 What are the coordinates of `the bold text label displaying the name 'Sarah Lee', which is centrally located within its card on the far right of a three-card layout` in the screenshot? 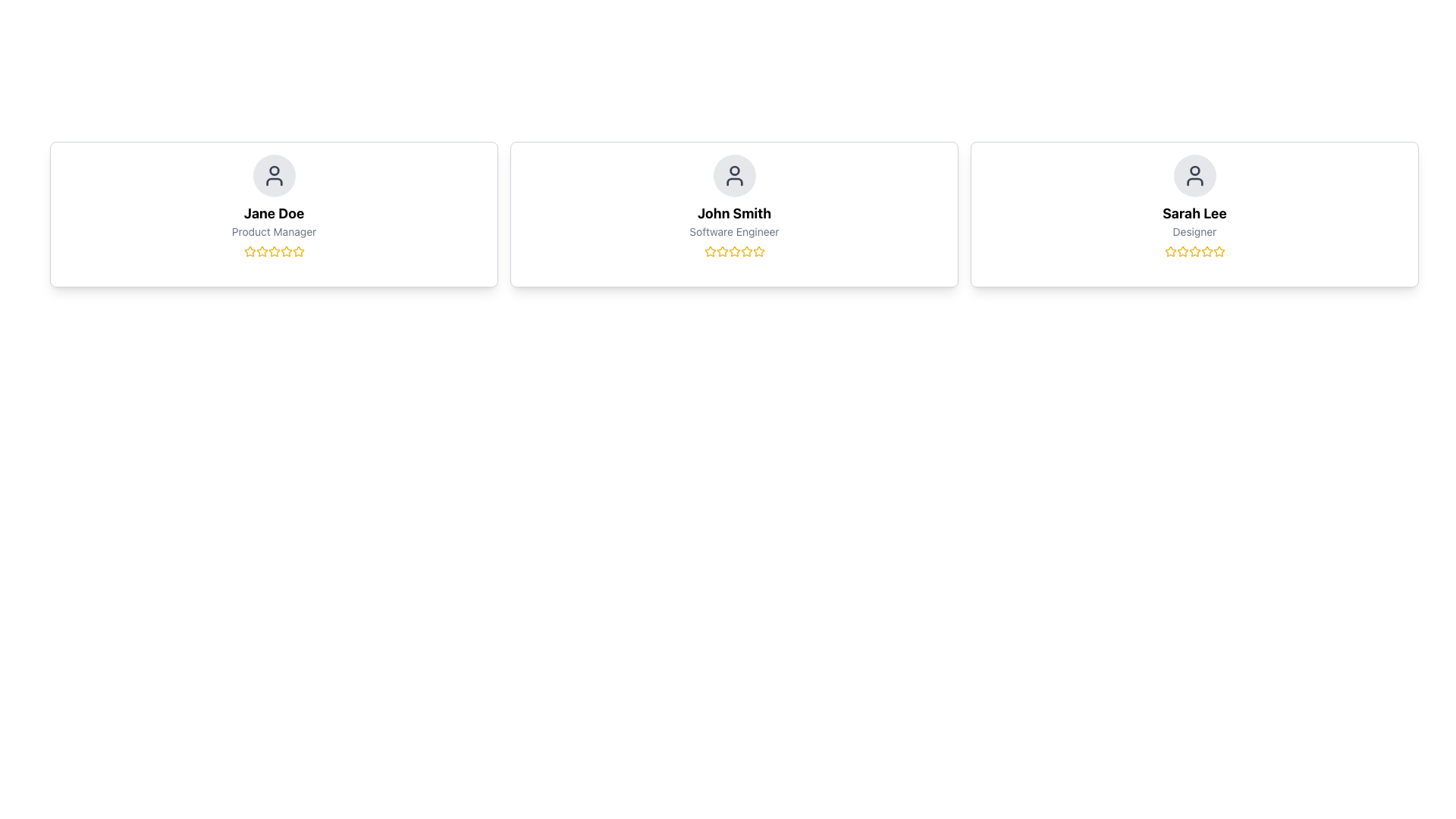 It's located at (1194, 213).